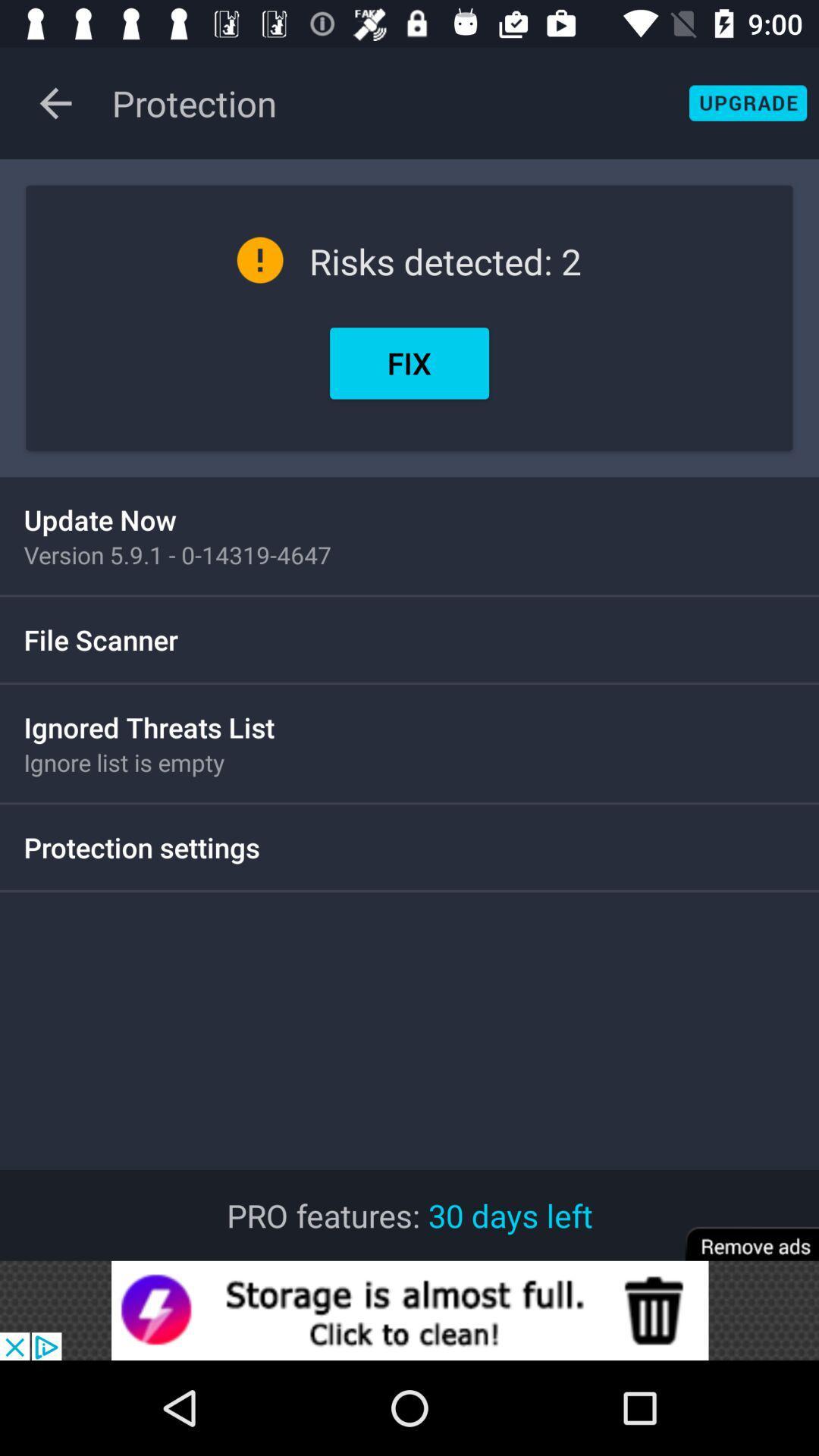 This screenshot has height=1456, width=819. I want to click on remove advertisements, so click(741, 1234).